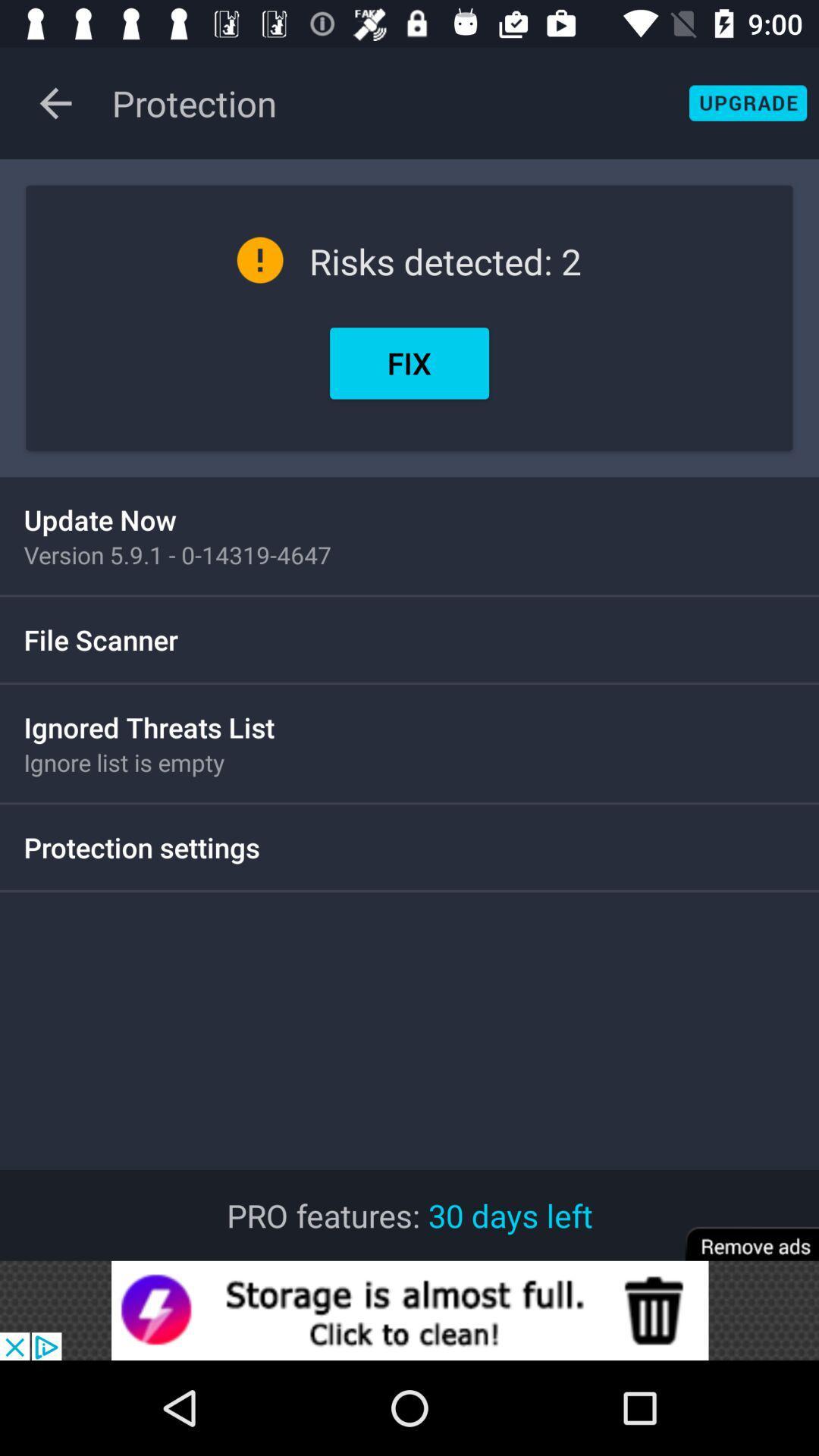 This screenshot has height=1456, width=819. I want to click on remove advertisements, so click(741, 1234).